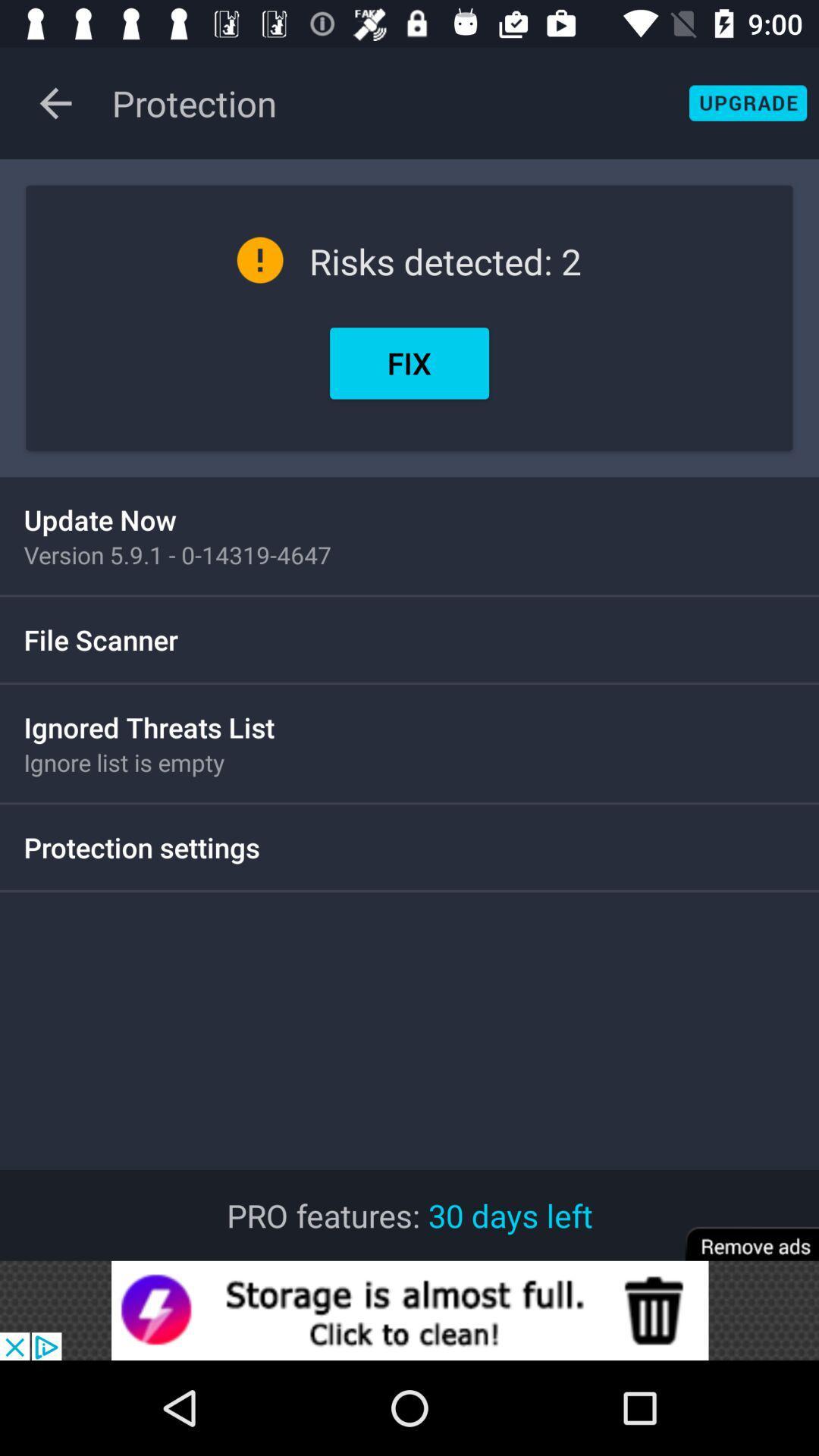 This screenshot has height=1456, width=819. I want to click on remove advertisements, so click(741, 1234).